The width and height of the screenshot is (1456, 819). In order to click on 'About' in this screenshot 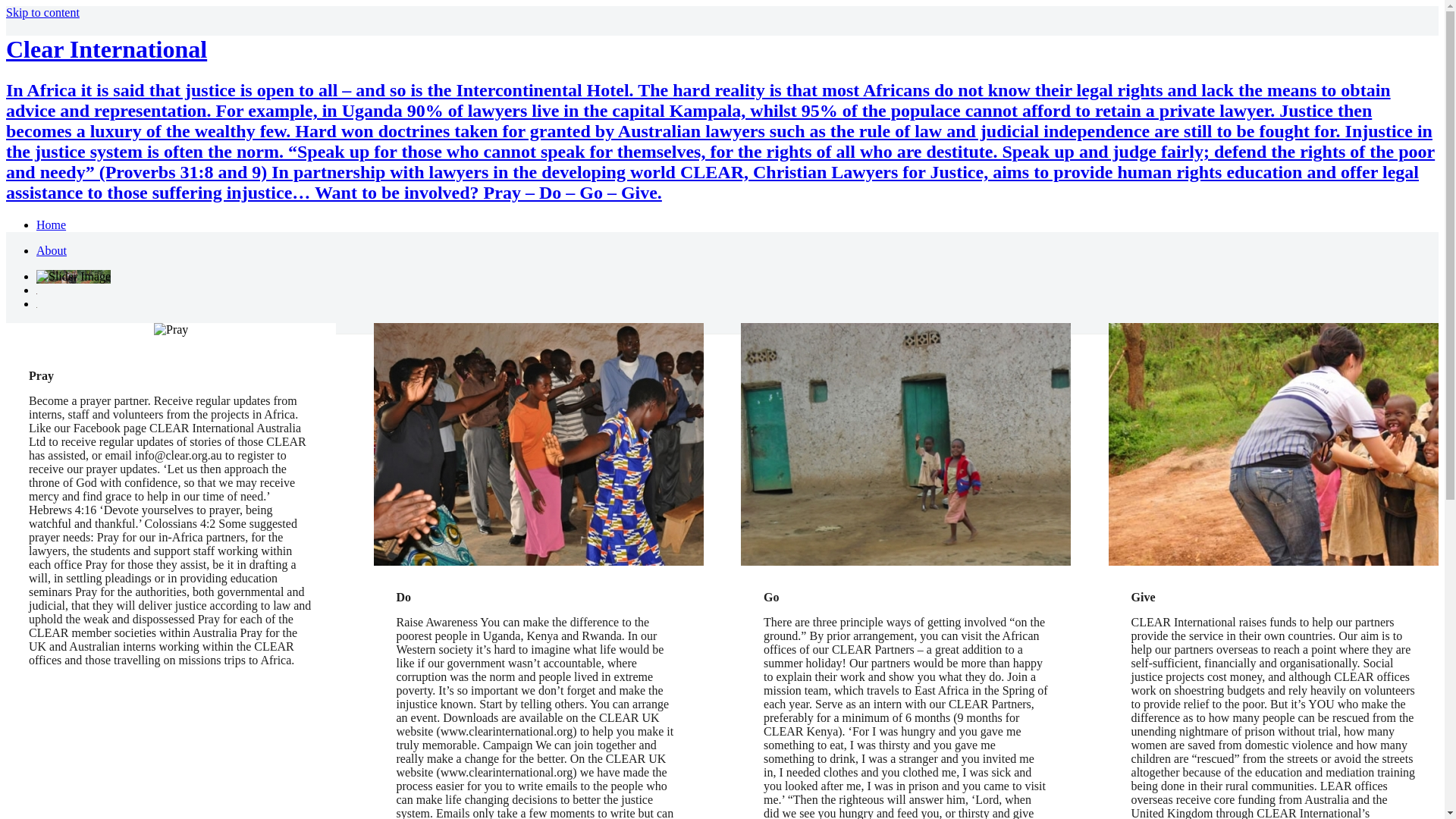, I will do `click(51, 249)`.